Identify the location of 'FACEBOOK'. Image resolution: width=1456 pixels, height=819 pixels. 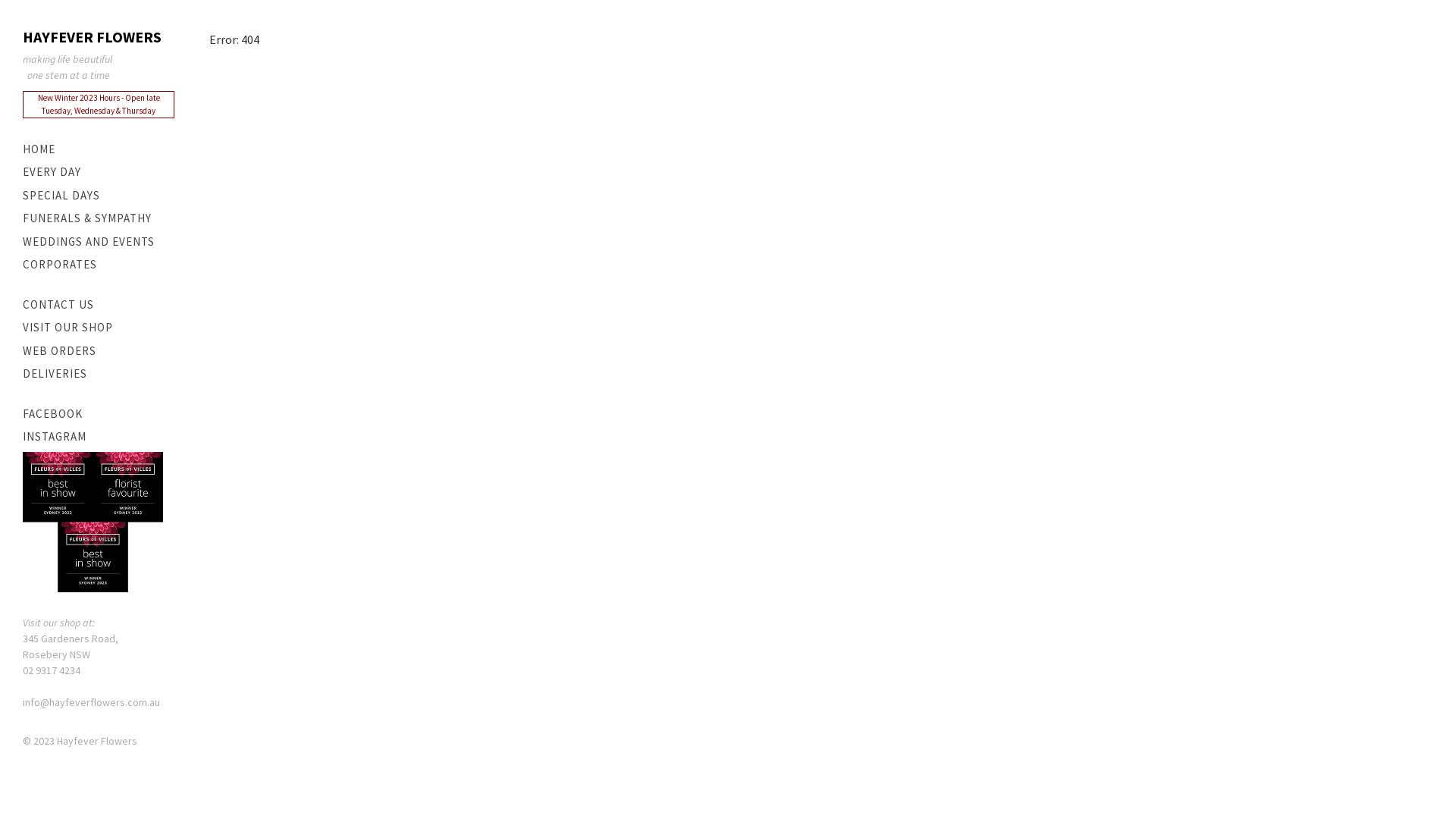
(97, 414).